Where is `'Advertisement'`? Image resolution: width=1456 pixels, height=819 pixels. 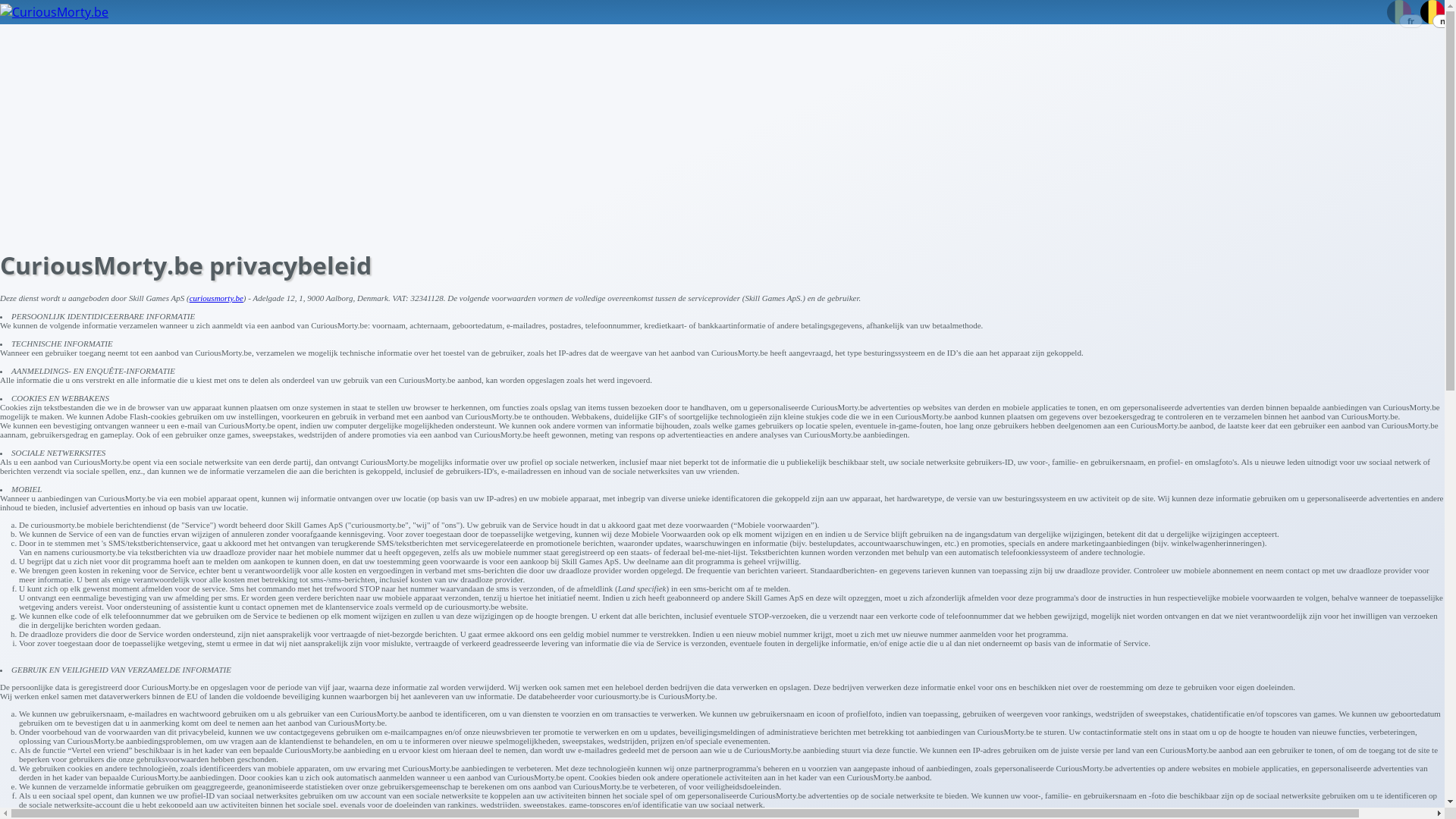 'Advertisement' is located at coordinates (0, 130).